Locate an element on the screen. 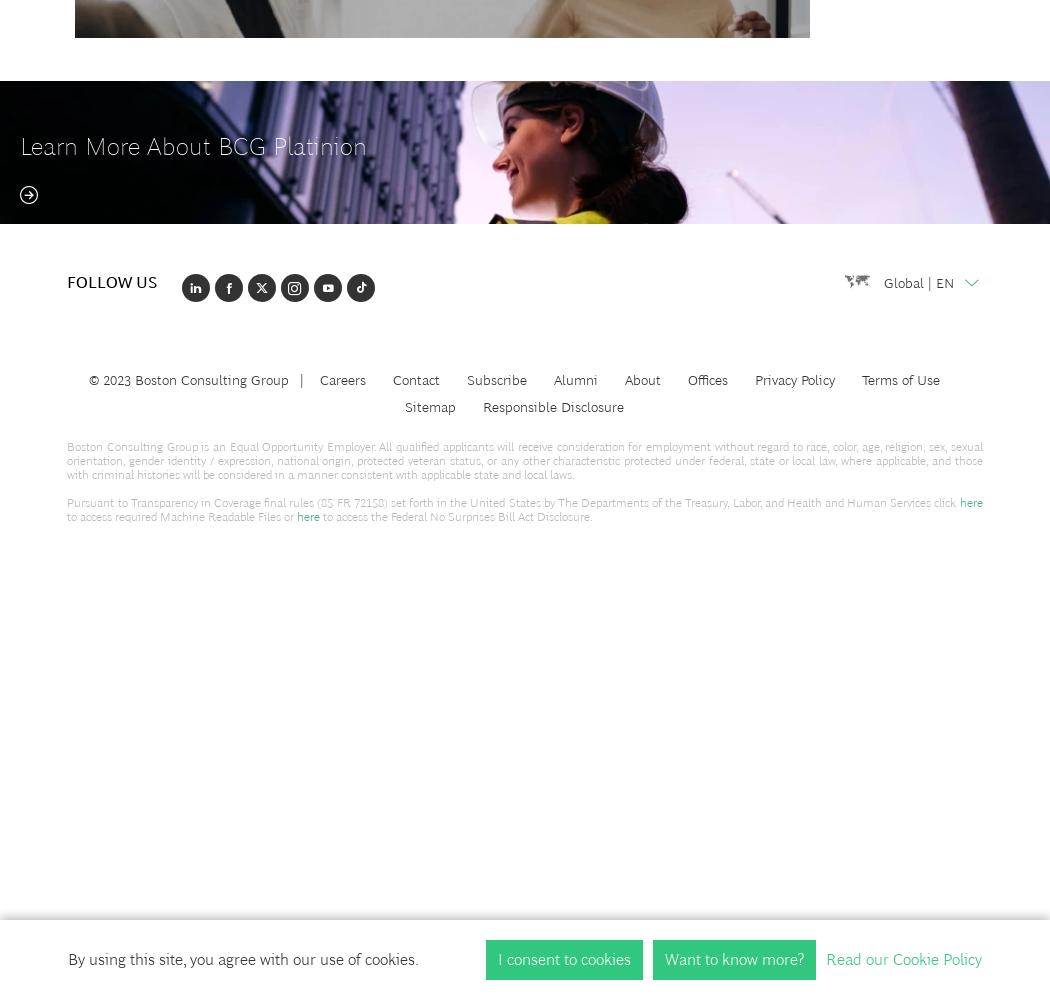 The width and height of the screenshot is (1050, 1000). '© 2023 Boston Consulting Group' is located at coordinates (187, 379).